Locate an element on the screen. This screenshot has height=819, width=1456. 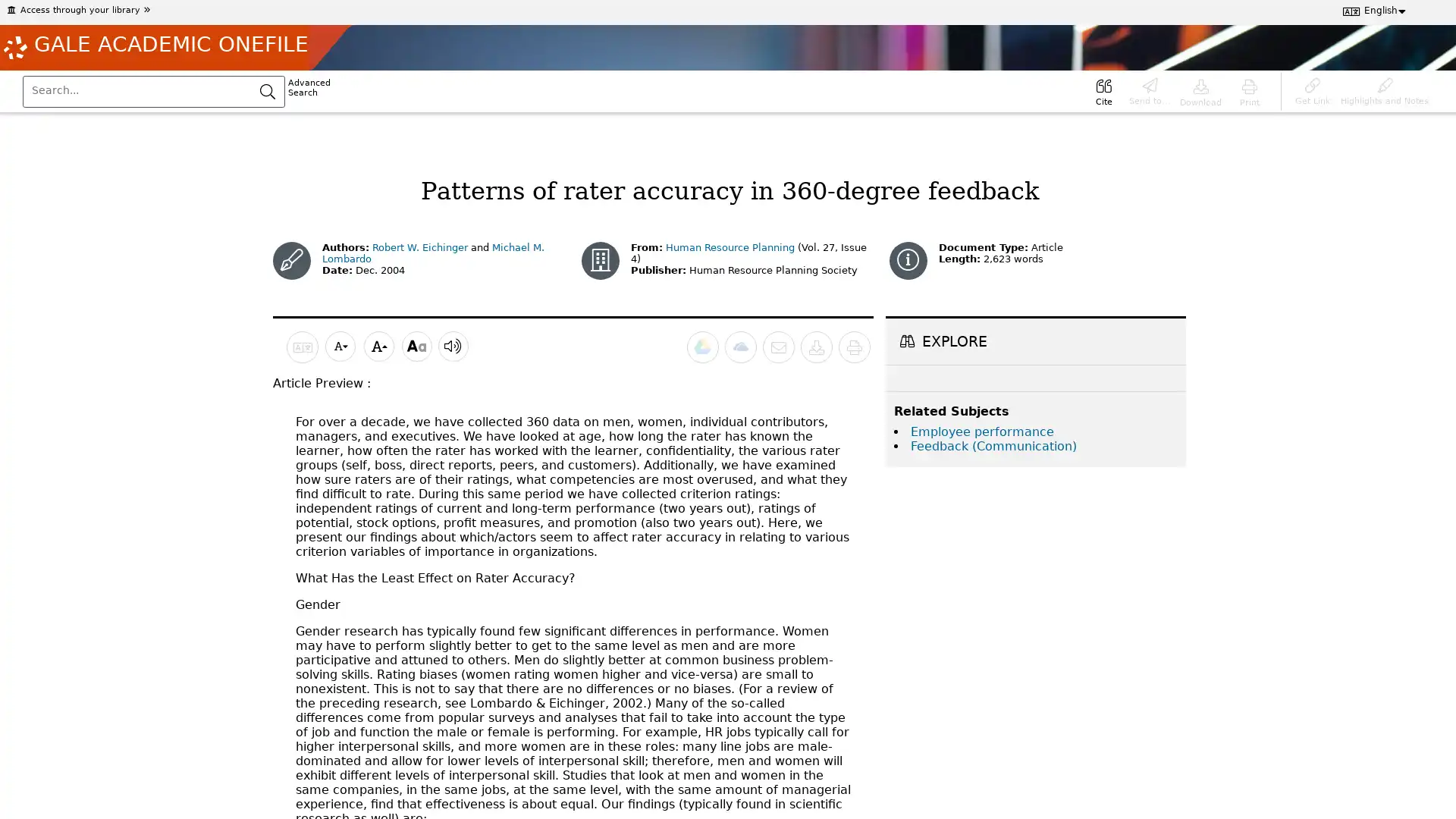
Submit is located at coordinates (268, 91).